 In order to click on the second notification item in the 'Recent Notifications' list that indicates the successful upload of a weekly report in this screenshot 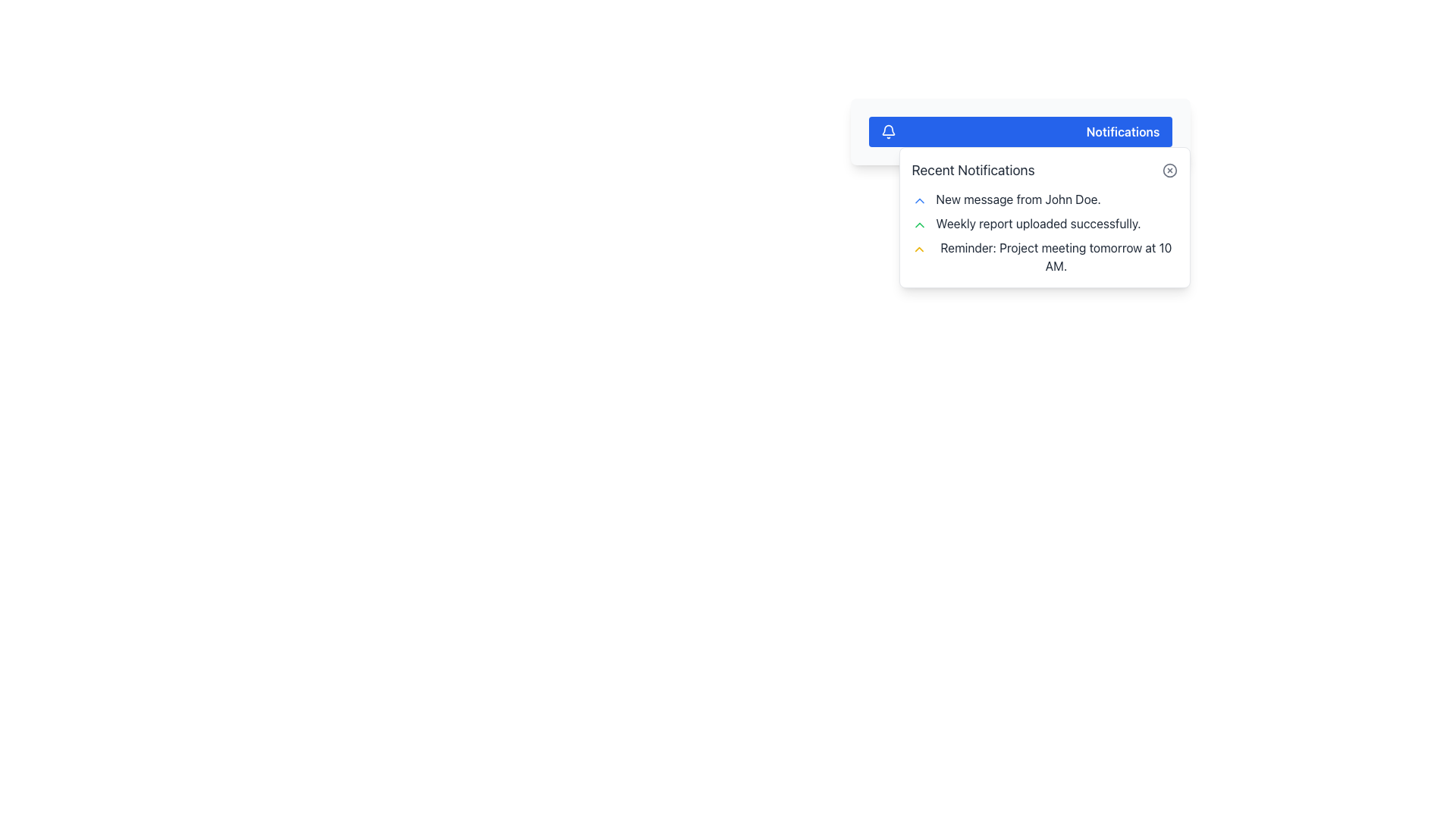, I will do `click(1043, 223)`.